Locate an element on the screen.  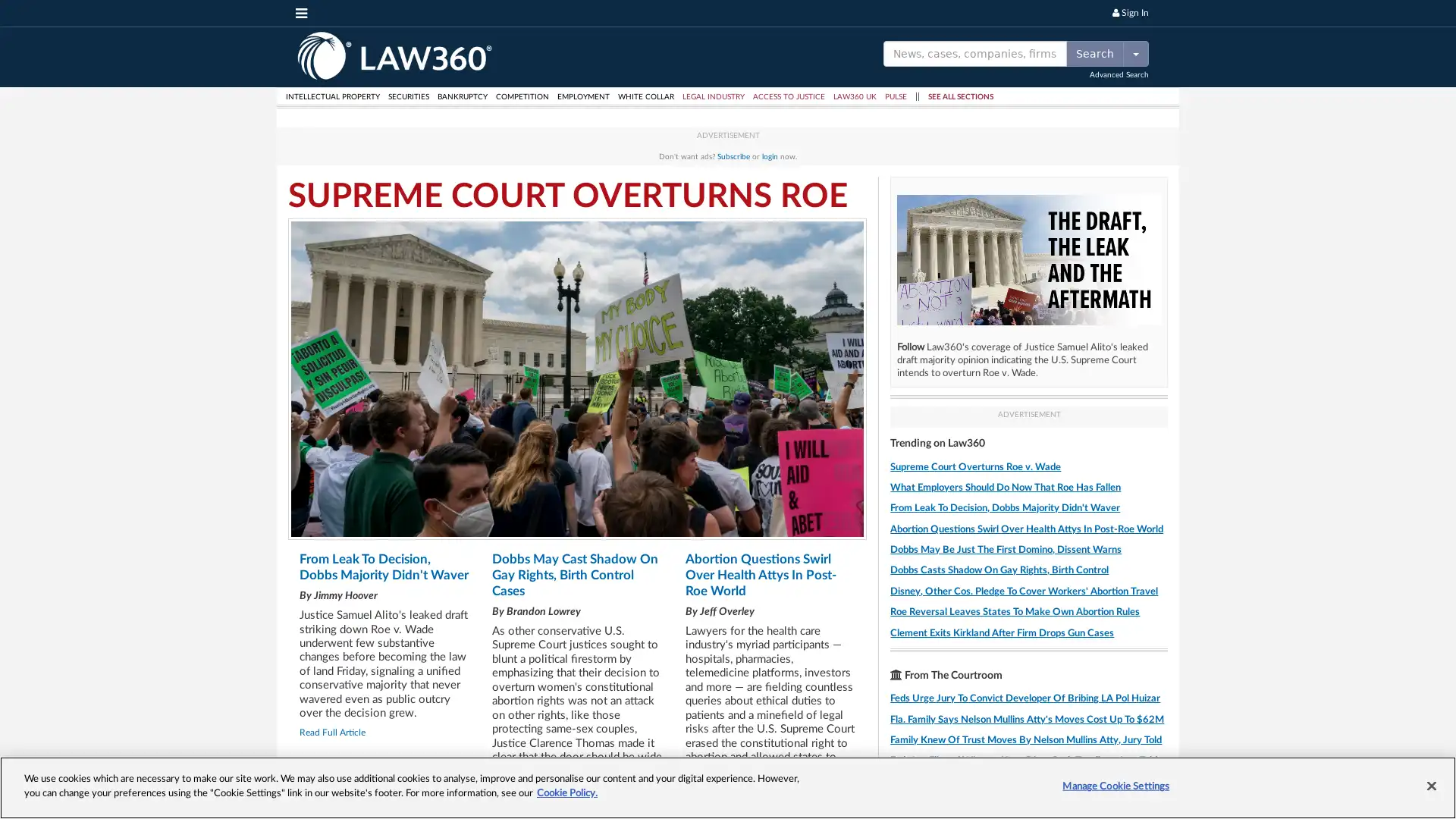
Search is located at coordinates (1095, 52).